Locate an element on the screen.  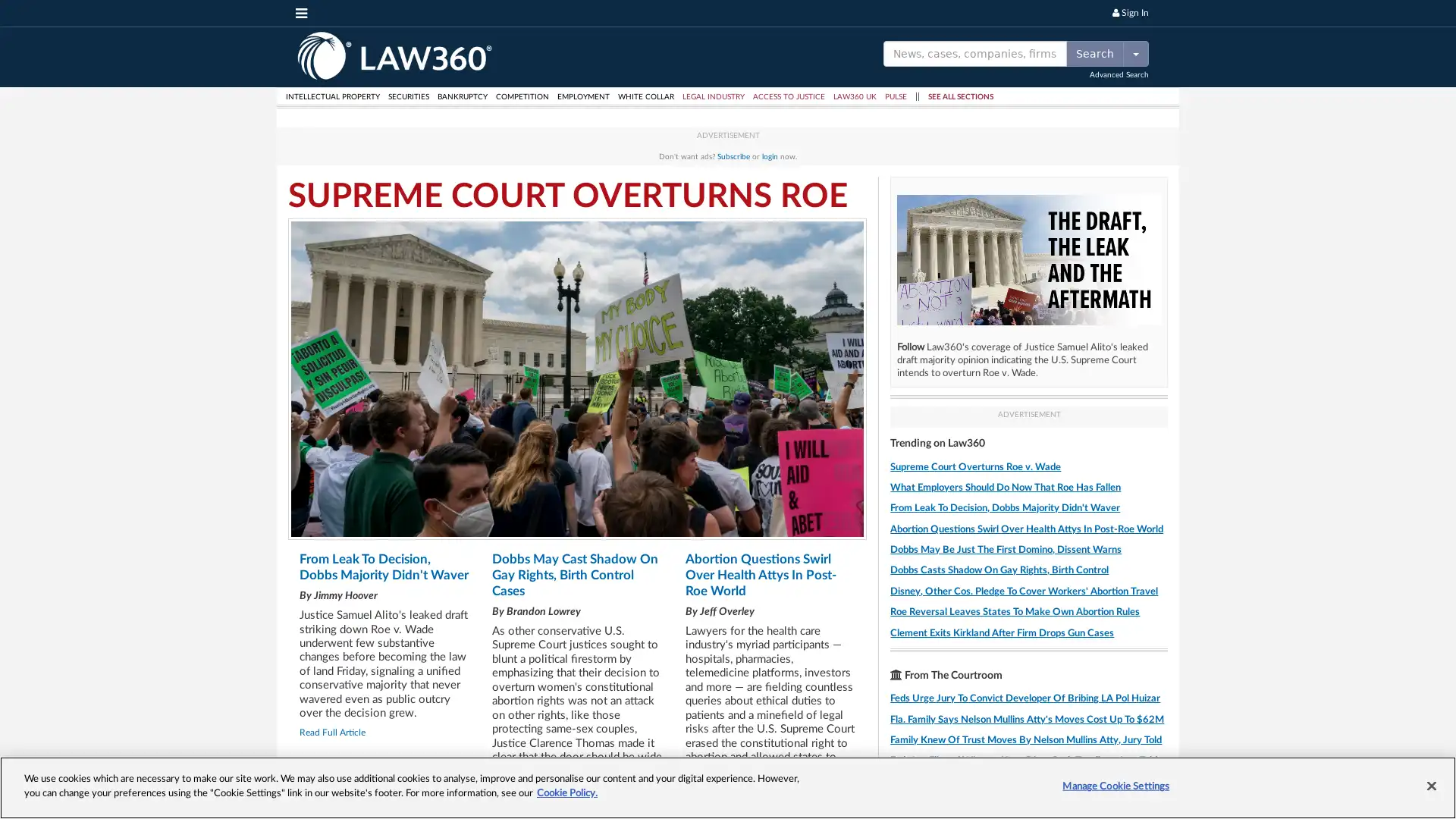
Search is located at coordinates (1095, 52).